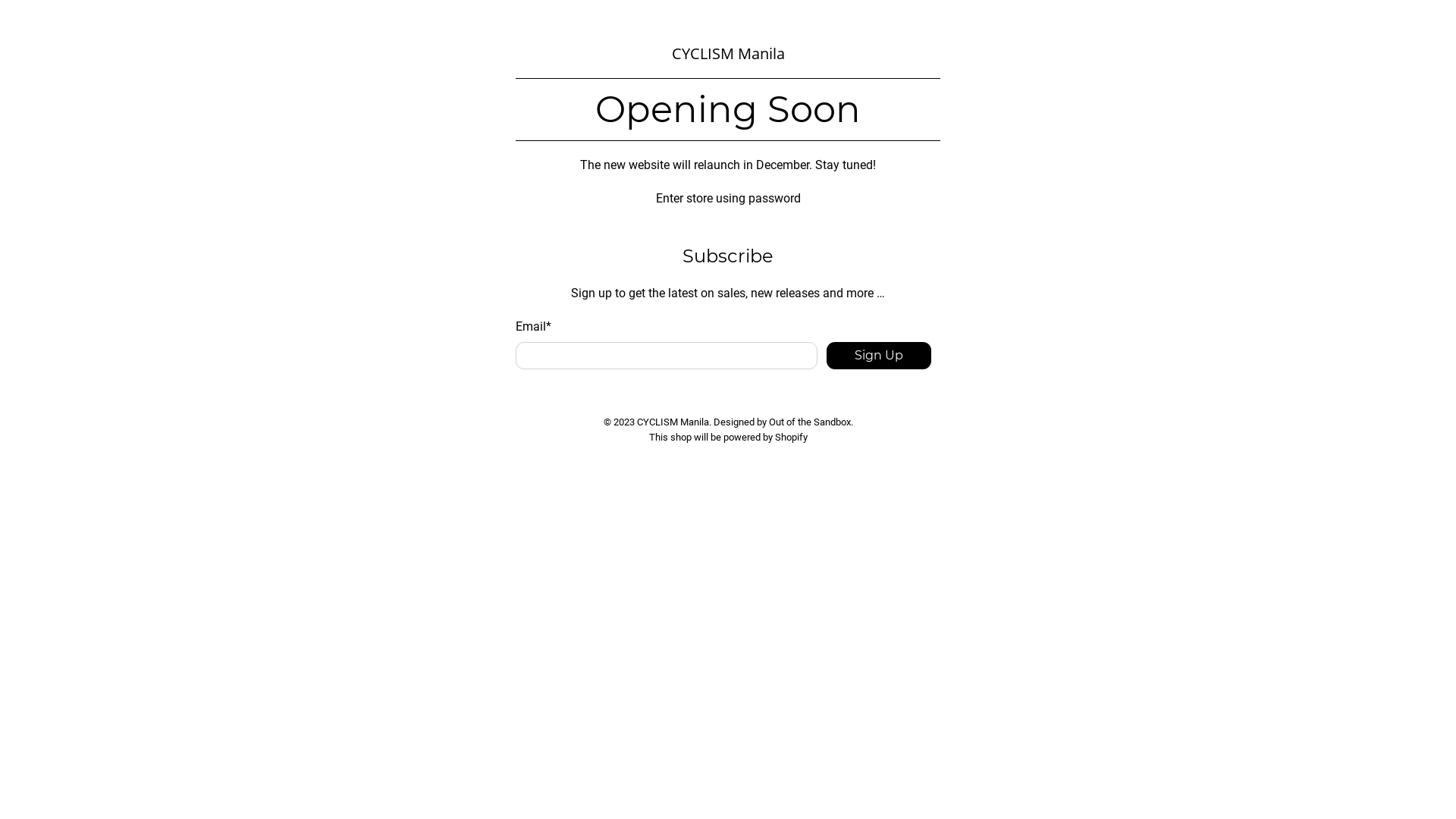  I want to click on 'Enter store using password', so click(726, 197).